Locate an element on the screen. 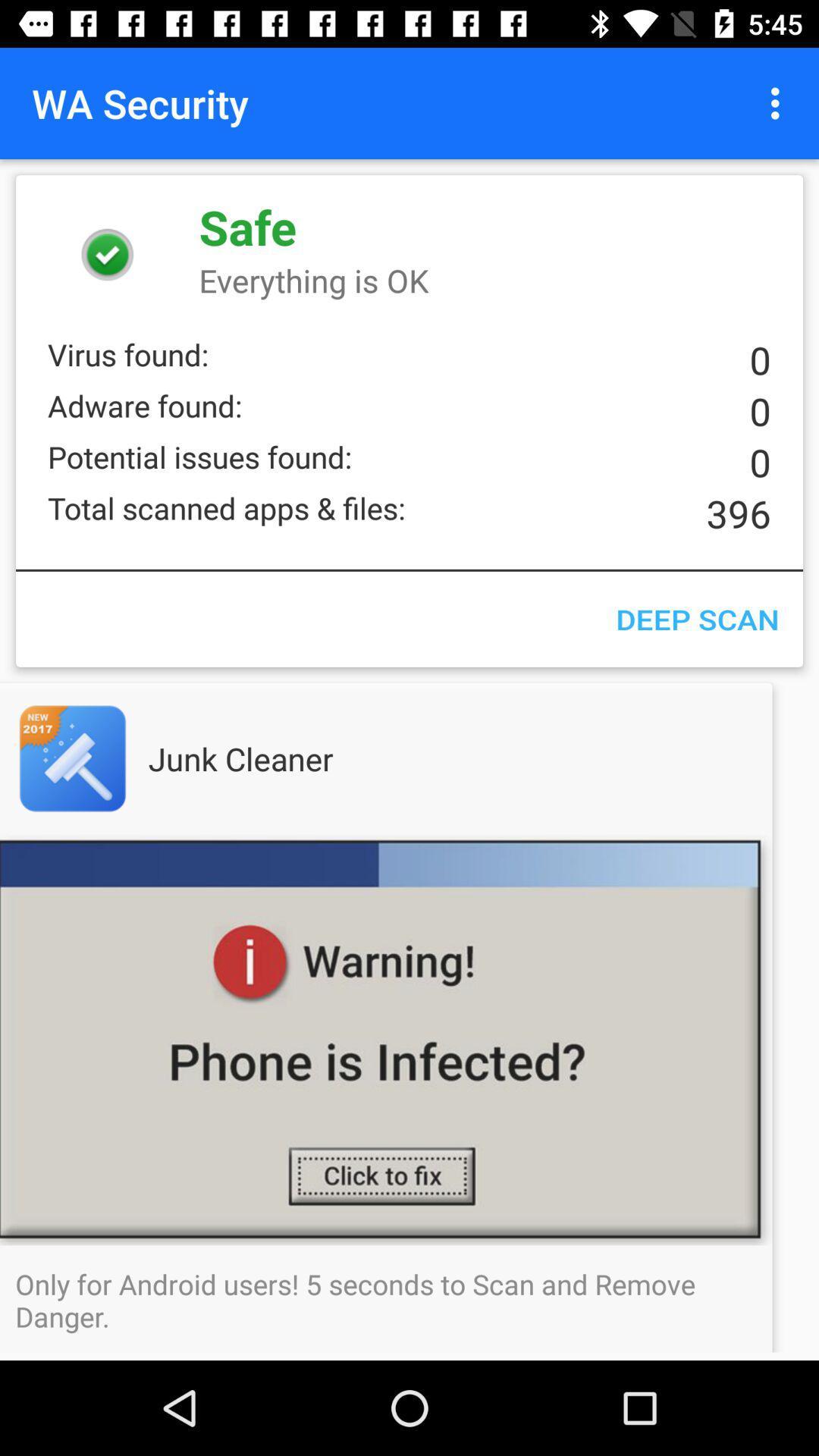  app page of displayed app is located at coordinates (102, 758).